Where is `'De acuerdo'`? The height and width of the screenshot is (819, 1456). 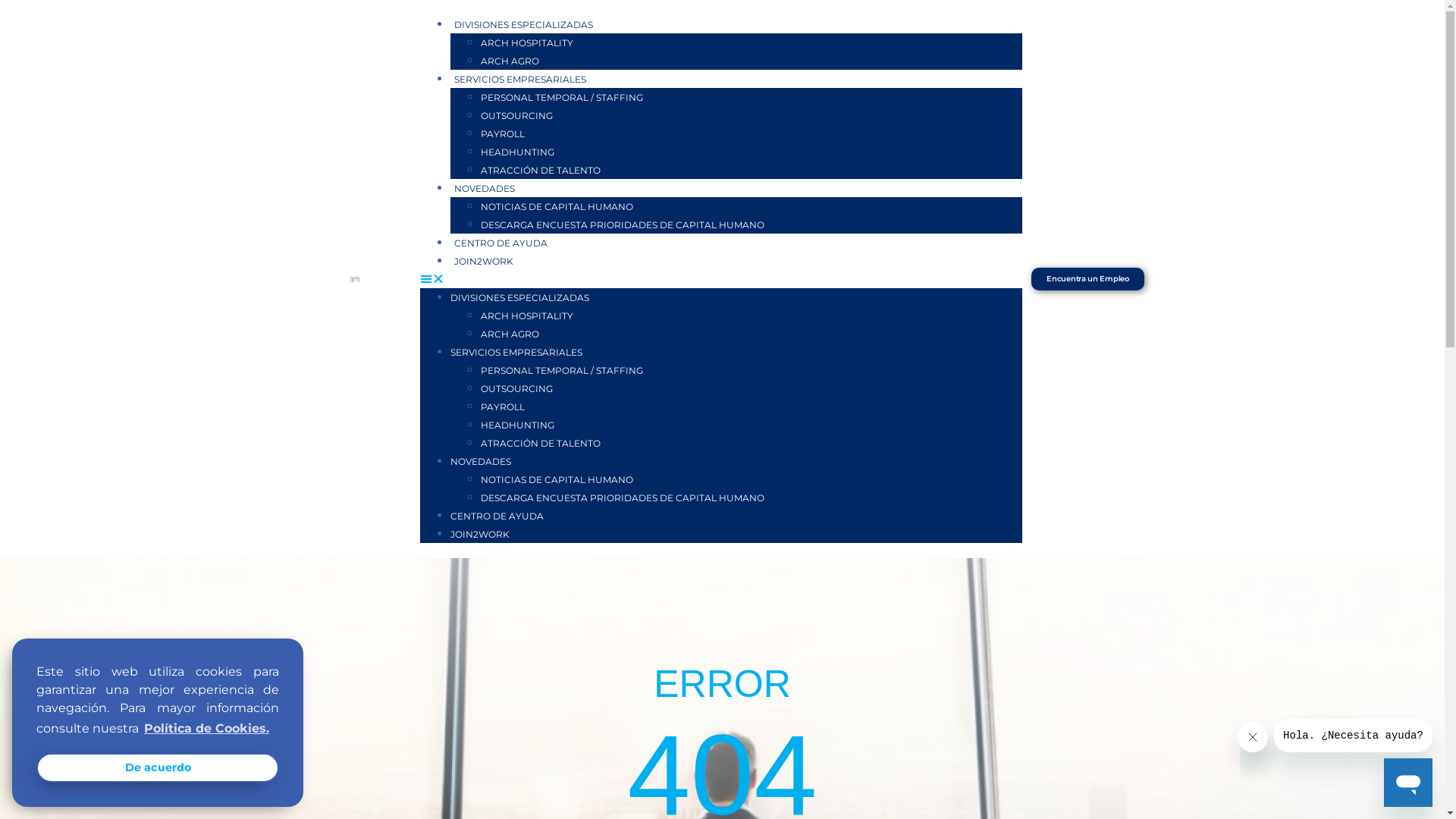 'De acuerdo' is located at coordinates (157, 767).